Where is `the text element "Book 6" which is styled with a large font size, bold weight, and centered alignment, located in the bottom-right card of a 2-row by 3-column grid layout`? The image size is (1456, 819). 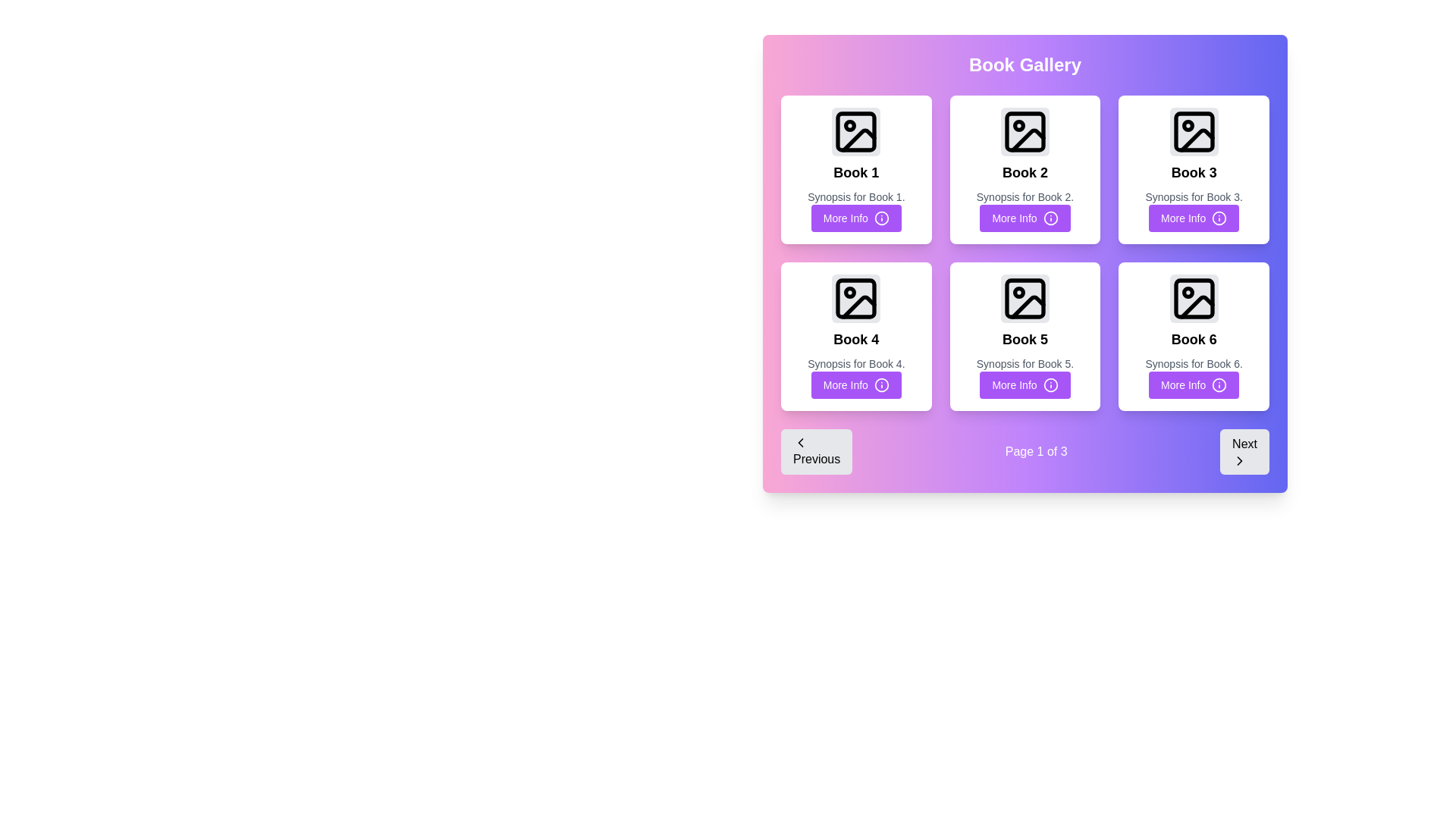
the text element "Book 6" which is styled with a large font size, bold weight, and centered alignment, located in the bottom-right card of a 2-row by 3-column grid layout is located at coordinates (1193, 338).